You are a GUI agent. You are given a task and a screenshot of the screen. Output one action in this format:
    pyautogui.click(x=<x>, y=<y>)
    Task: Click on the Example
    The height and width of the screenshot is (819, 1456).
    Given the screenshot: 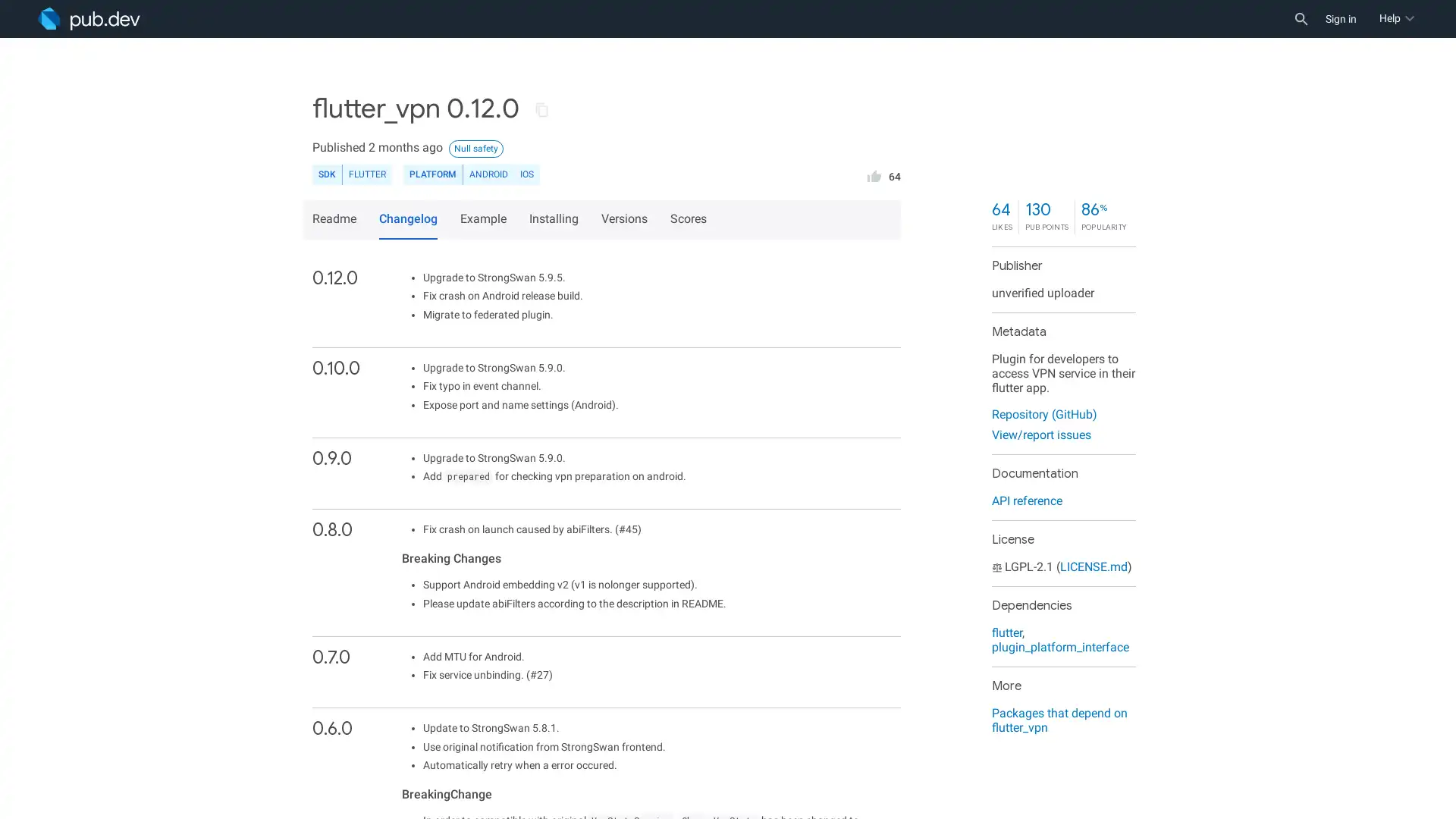 What is the action you would take?
    pyautogui.click(x=485, y=219)
    